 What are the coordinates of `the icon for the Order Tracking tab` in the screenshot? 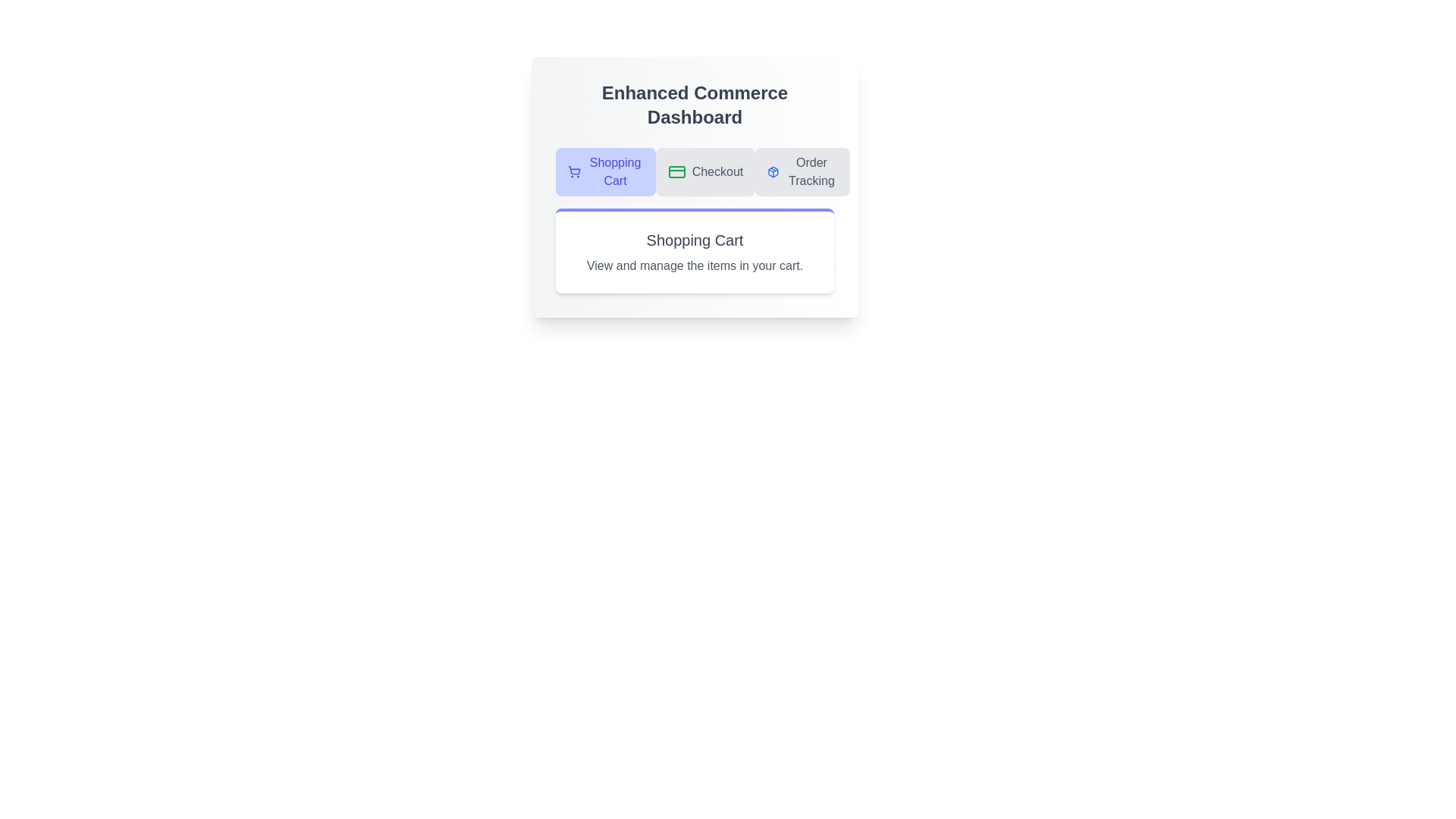 It's located at (773, 171).